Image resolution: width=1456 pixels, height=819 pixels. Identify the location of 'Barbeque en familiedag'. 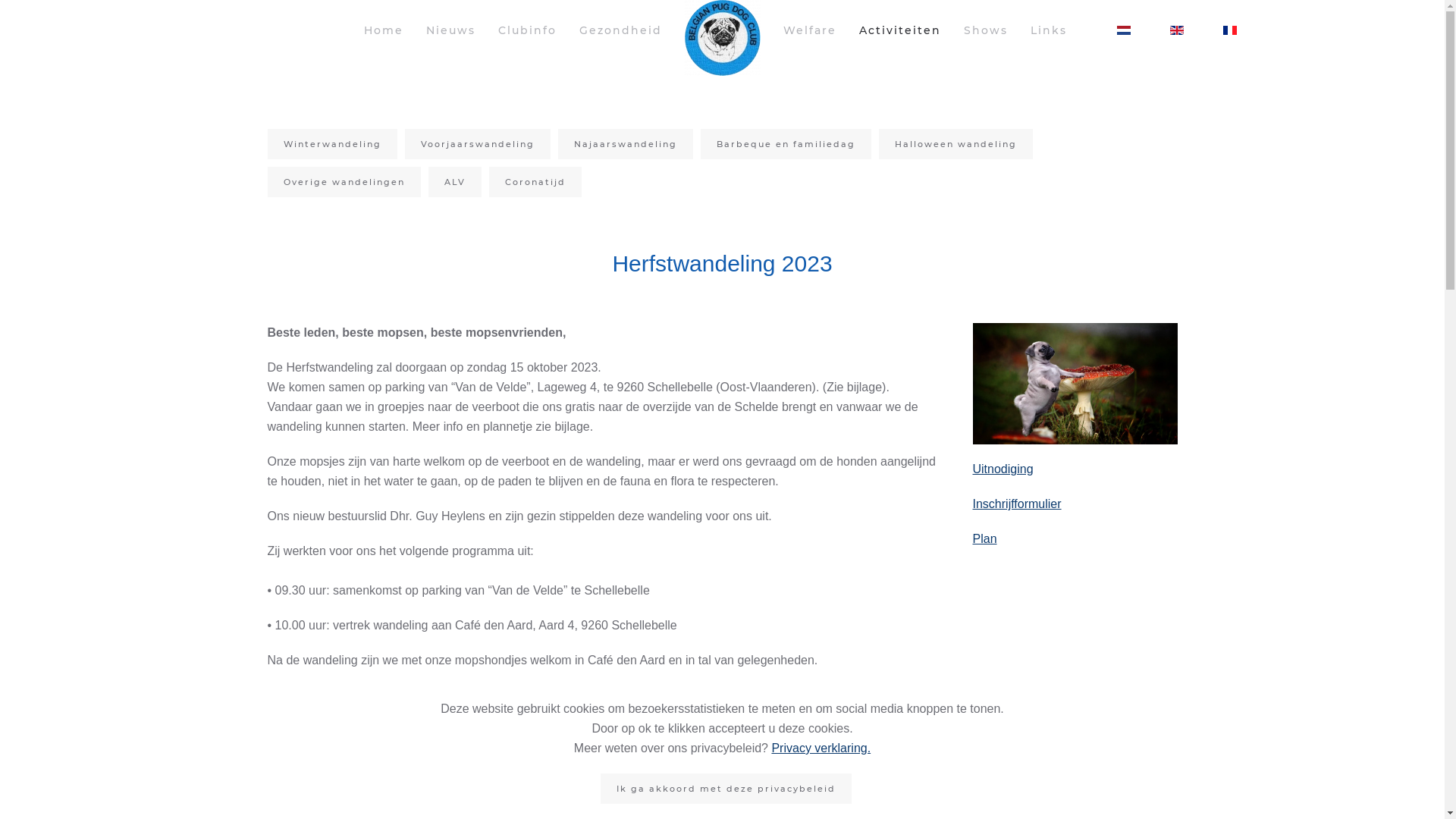
(786, 143).